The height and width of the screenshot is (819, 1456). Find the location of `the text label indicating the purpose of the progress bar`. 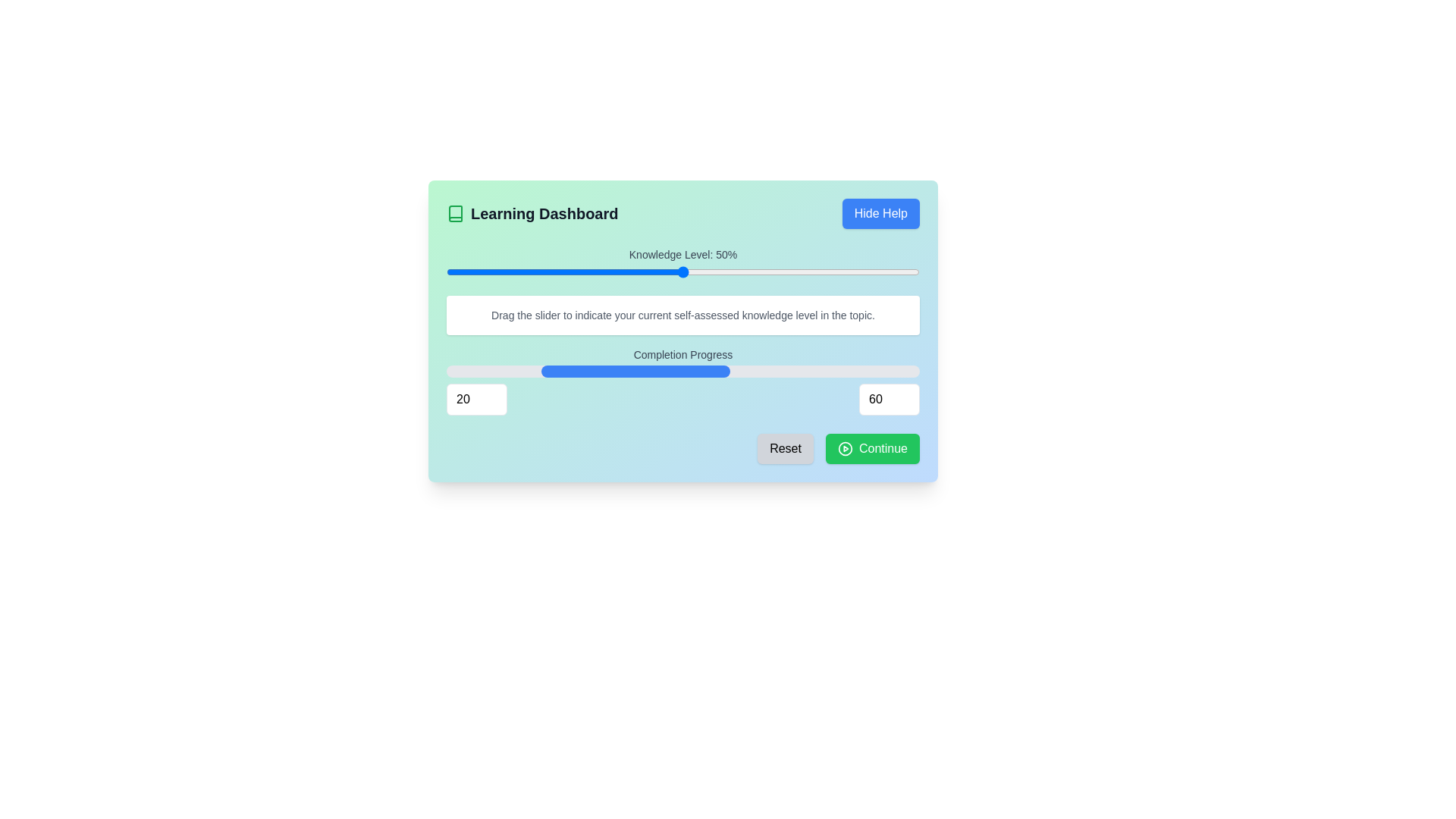

the text label indicating the purpose of the progress bar is located at coordinates (682, 354).